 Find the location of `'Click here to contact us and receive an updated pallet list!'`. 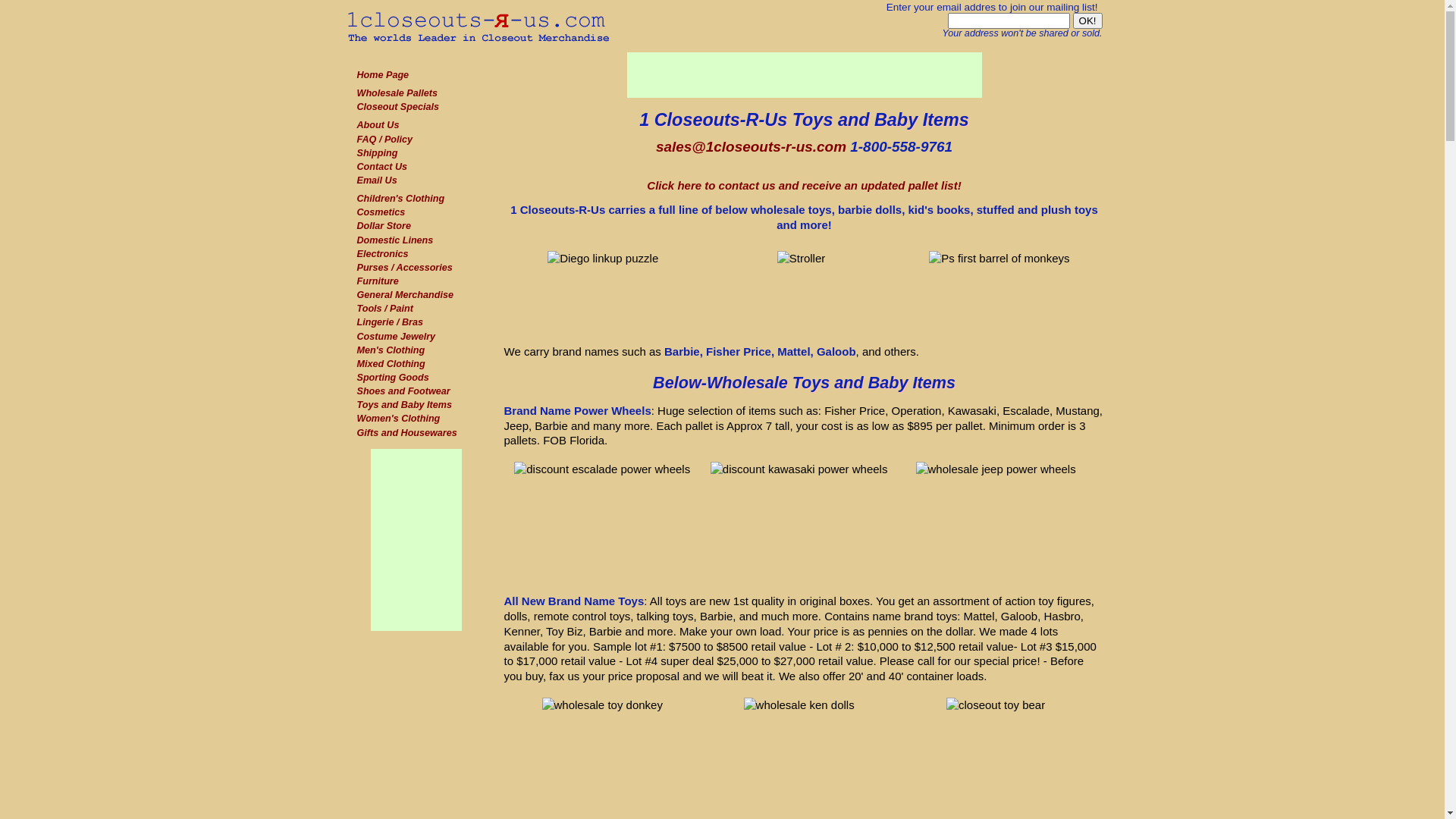

'Click here to contact us and receive an updated pallet list!' is located at coordinates (647, 184).